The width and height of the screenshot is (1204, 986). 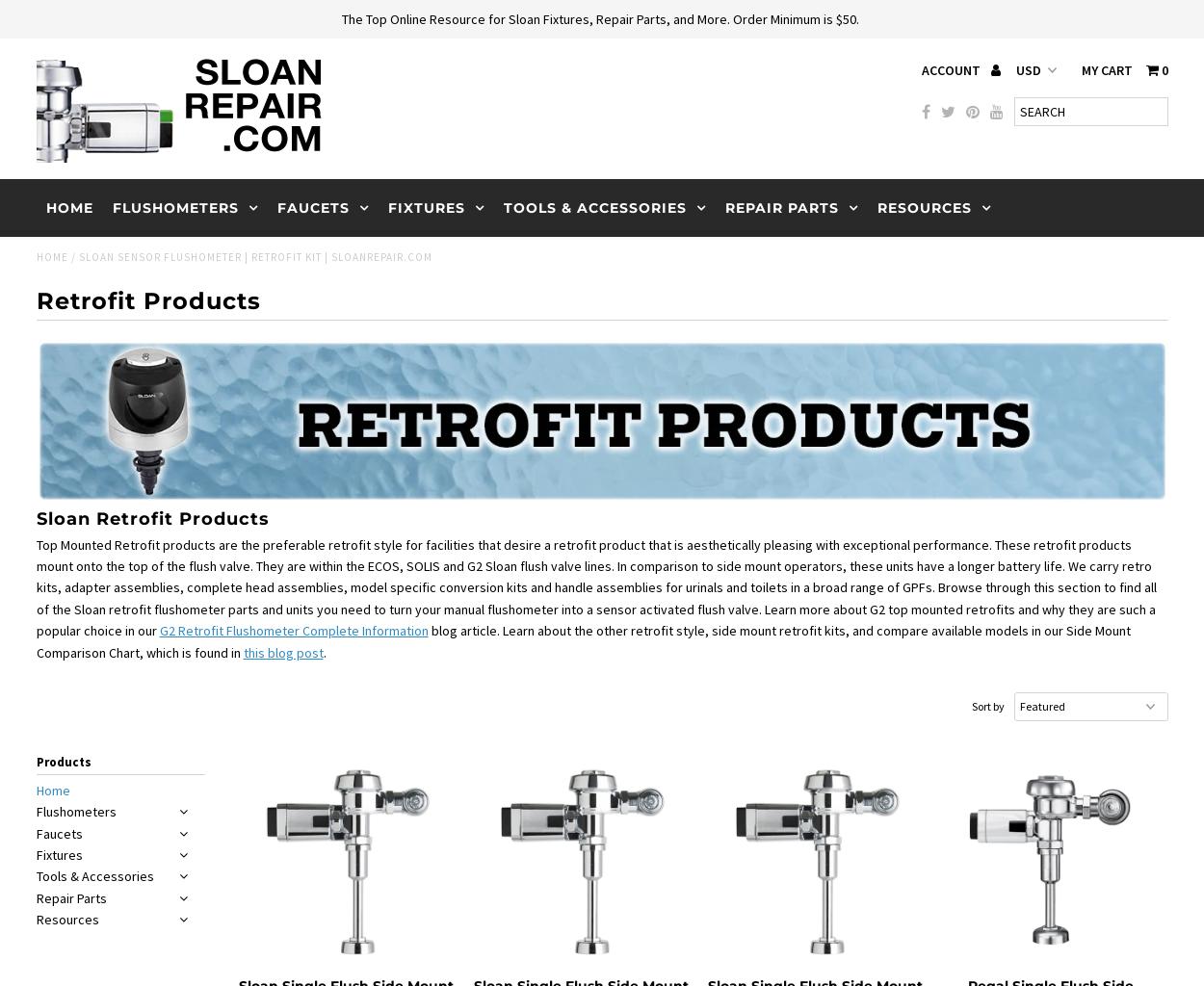 I want to click on 'blog article. Learn about the other retrofit style, side mount retrofit kits, and compare available models in our Side Mount Comparison Chart, which is found in', so click(x=582, y=640).